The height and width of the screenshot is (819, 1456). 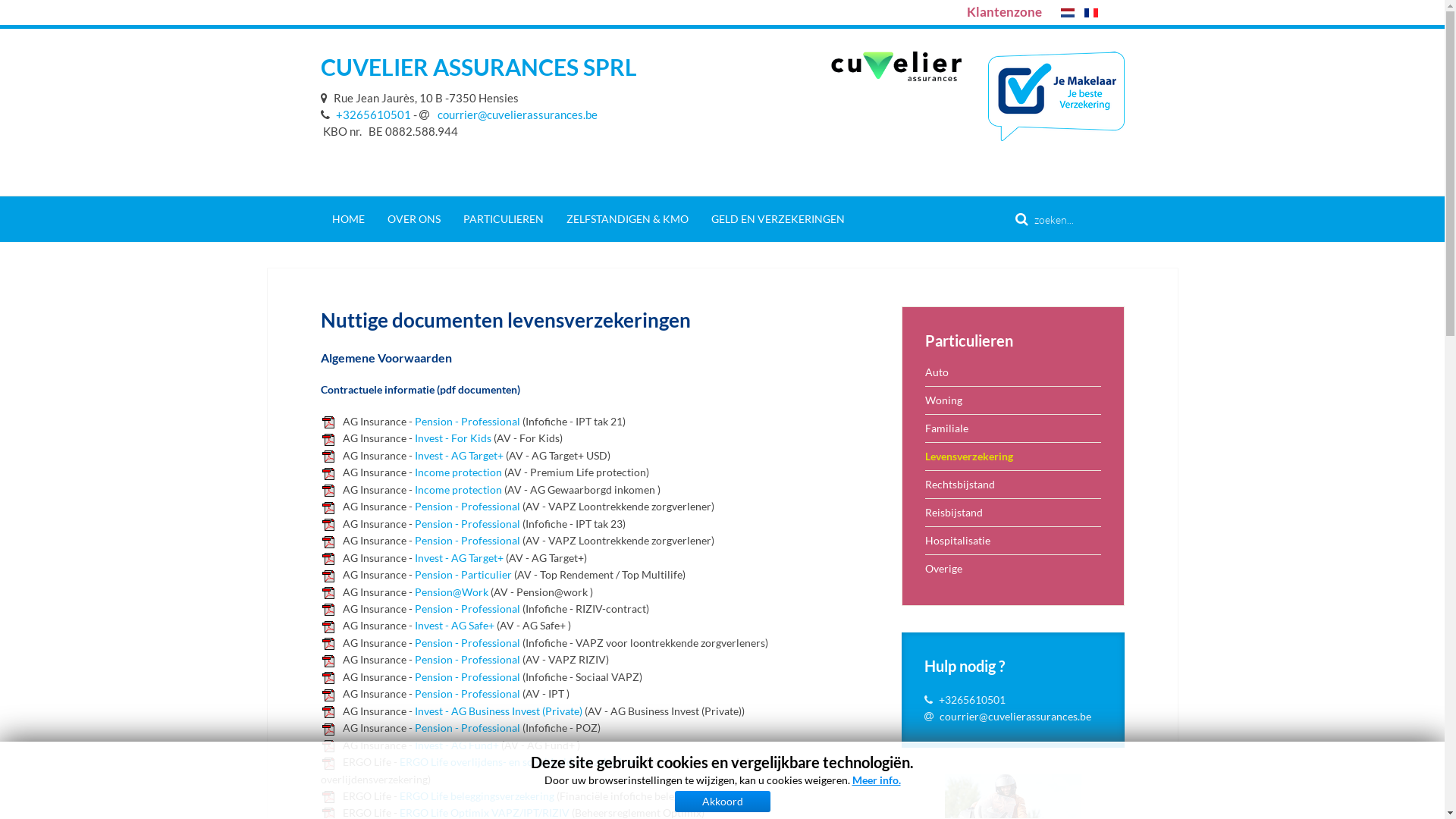 What do you see at coordinates (497, 711) in the screenshot?
I see `'Invest - AG Business Invest (Private)'` at bounding box center [497, 711].